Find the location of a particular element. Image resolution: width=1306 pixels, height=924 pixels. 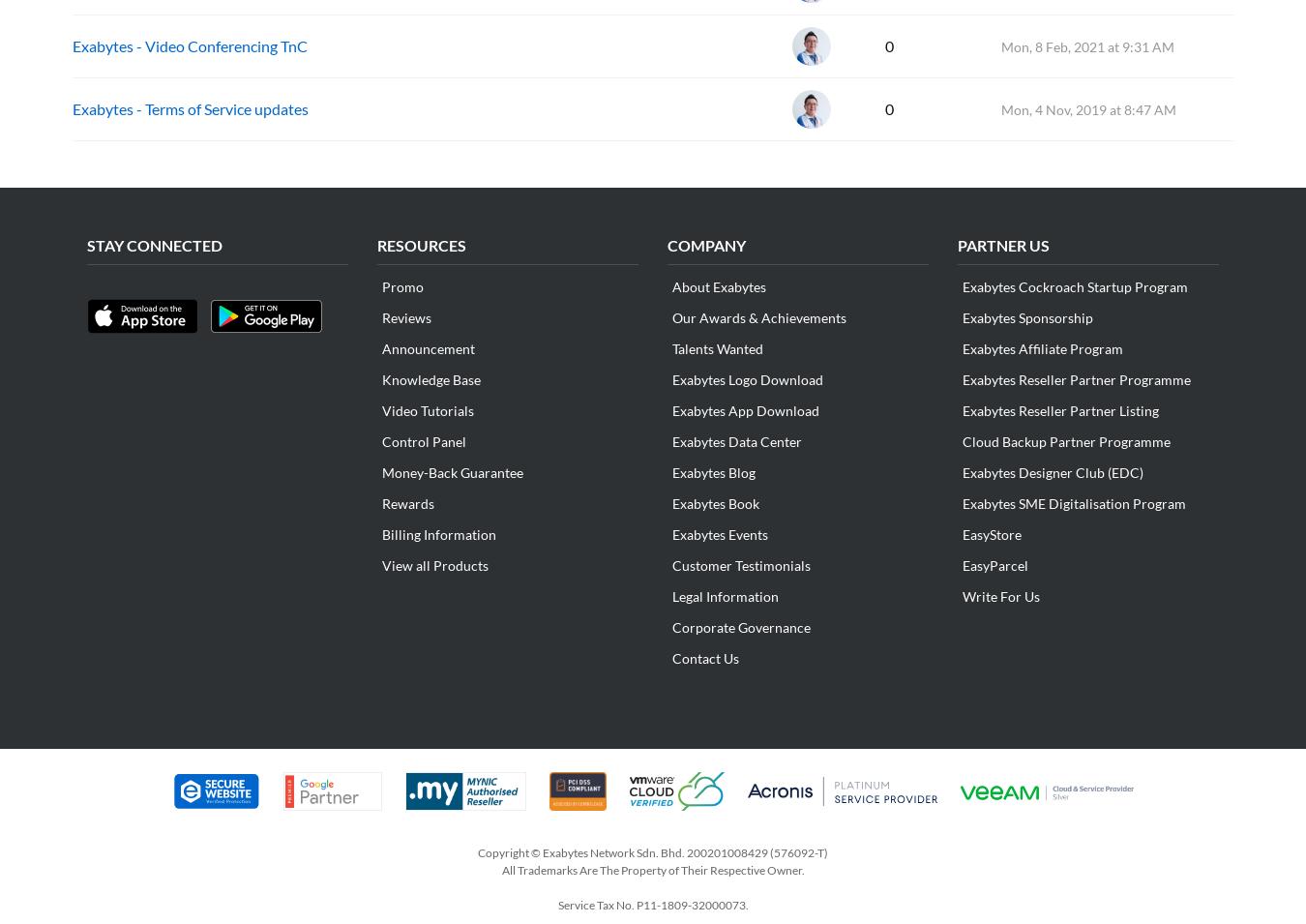

'Mon, 4 Nov, 2019 at  8:47 AM' is located at coordinates (1088, 107).